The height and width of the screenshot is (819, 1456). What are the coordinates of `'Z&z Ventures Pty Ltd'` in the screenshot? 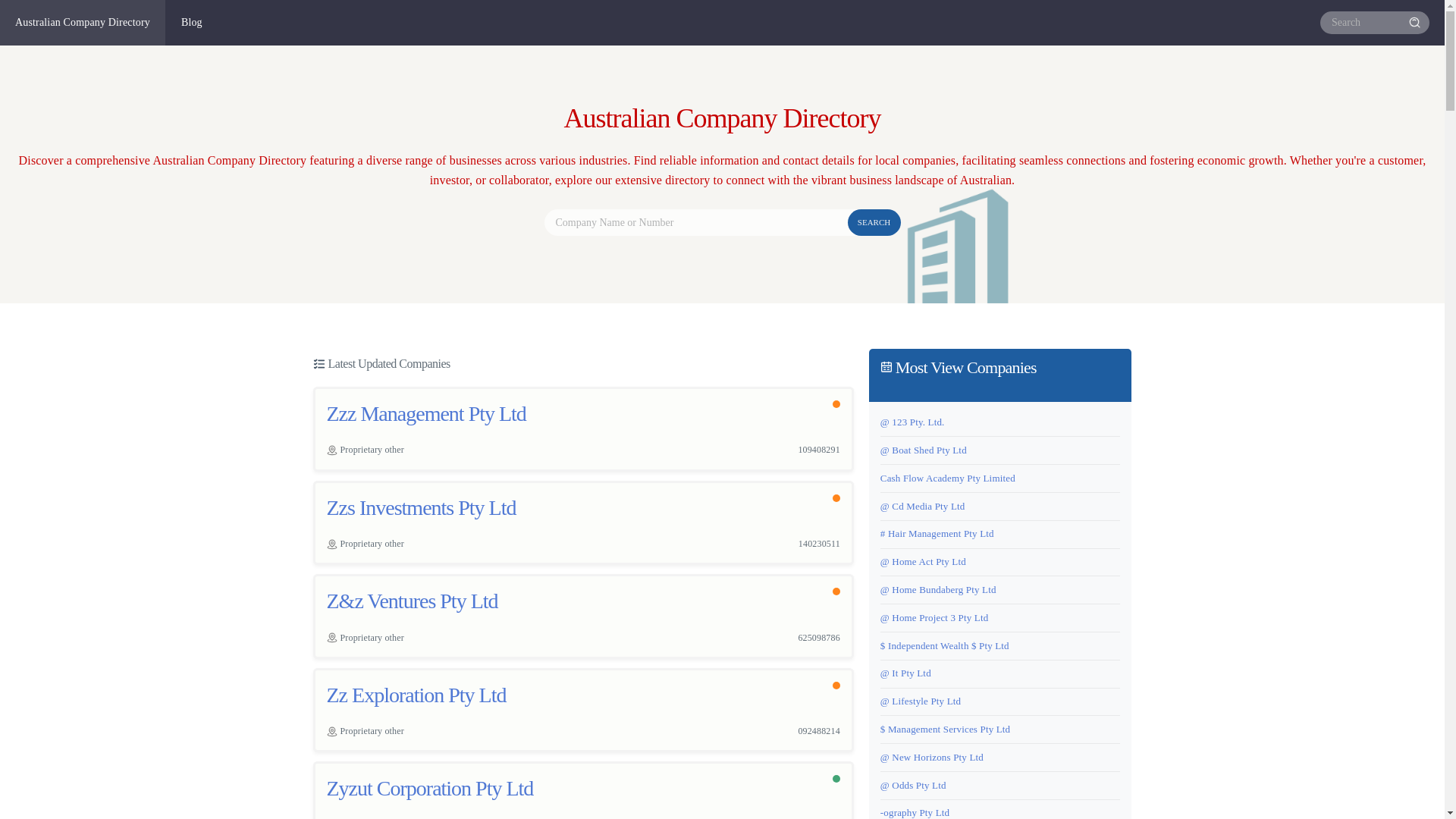 It's located at (325, 600).